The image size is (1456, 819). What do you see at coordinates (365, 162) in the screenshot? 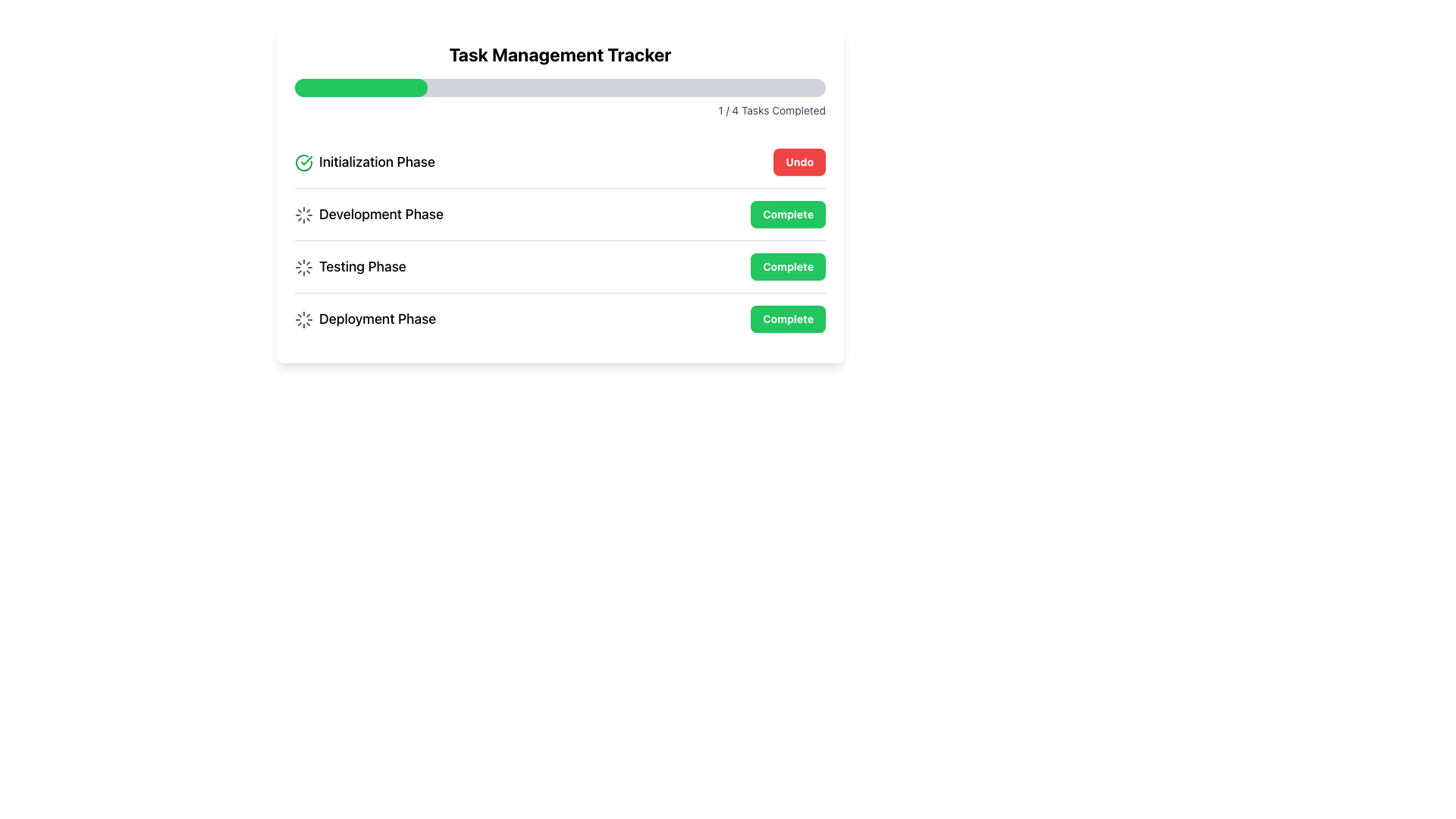
I see `text label displaying 'Initialization Phase', which is styled with a larger font size and medium weight, located to the right of a circular green check icon` at bounding box center [365, 162].